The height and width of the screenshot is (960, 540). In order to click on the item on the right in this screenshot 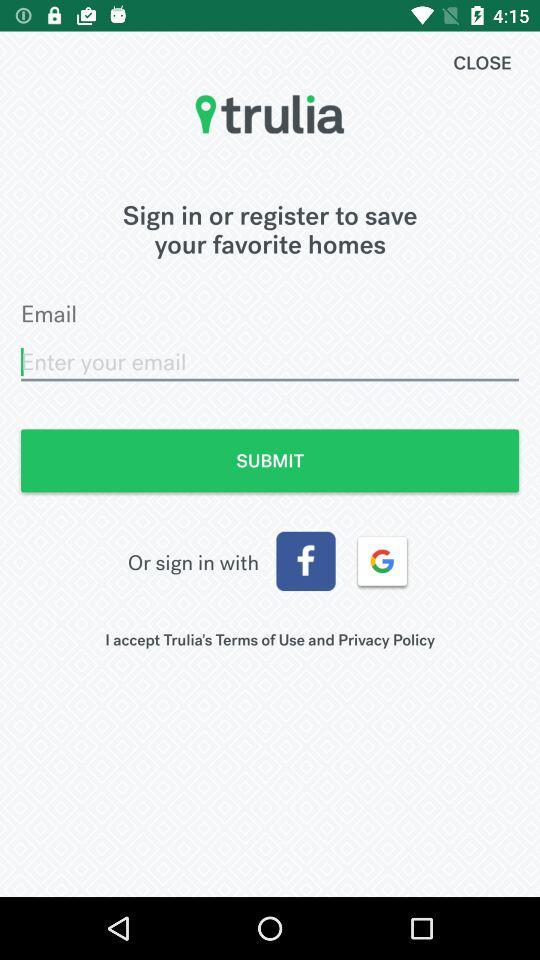, I will do `click(382, 561)`.